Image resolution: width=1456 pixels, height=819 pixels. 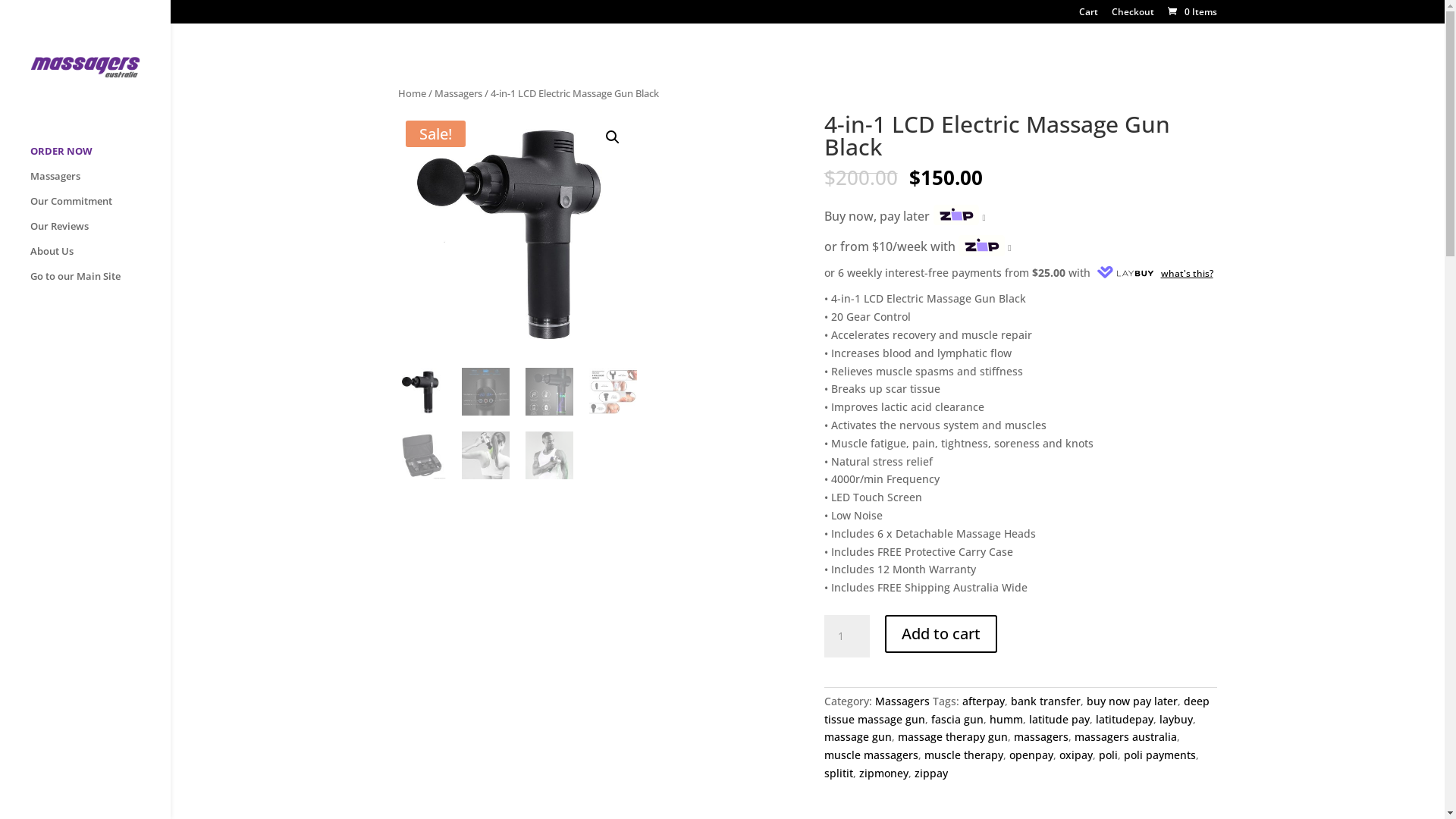 I want to click on 'afterpay', so click(x=983, y=701).